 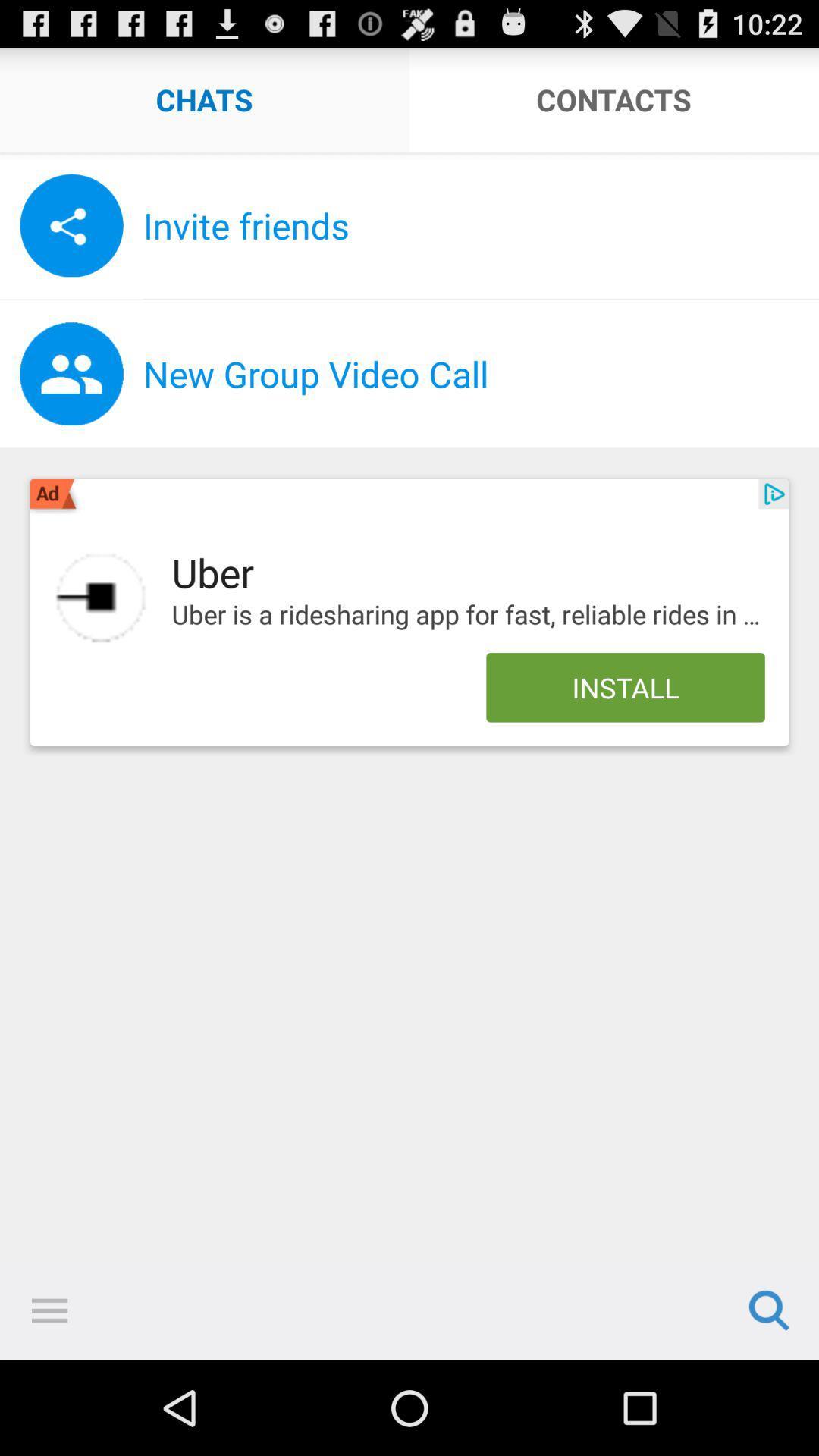 I want to click on the invite friends icon, so click(x=481, y=224).